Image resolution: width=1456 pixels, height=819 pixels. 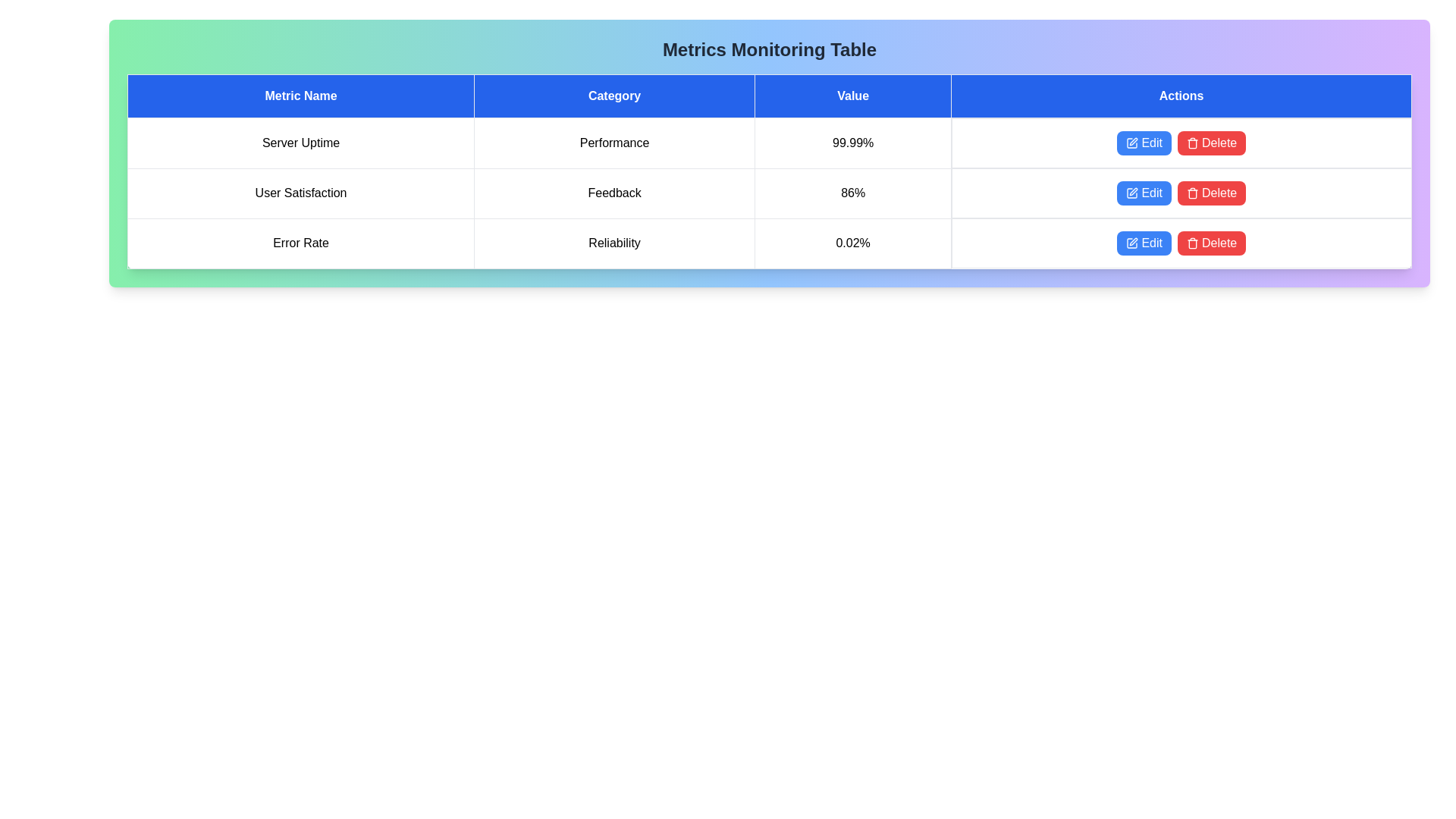 I want to click on the 'Edit' button for the metric User Satisfaction, so click(x=1144, y=192).